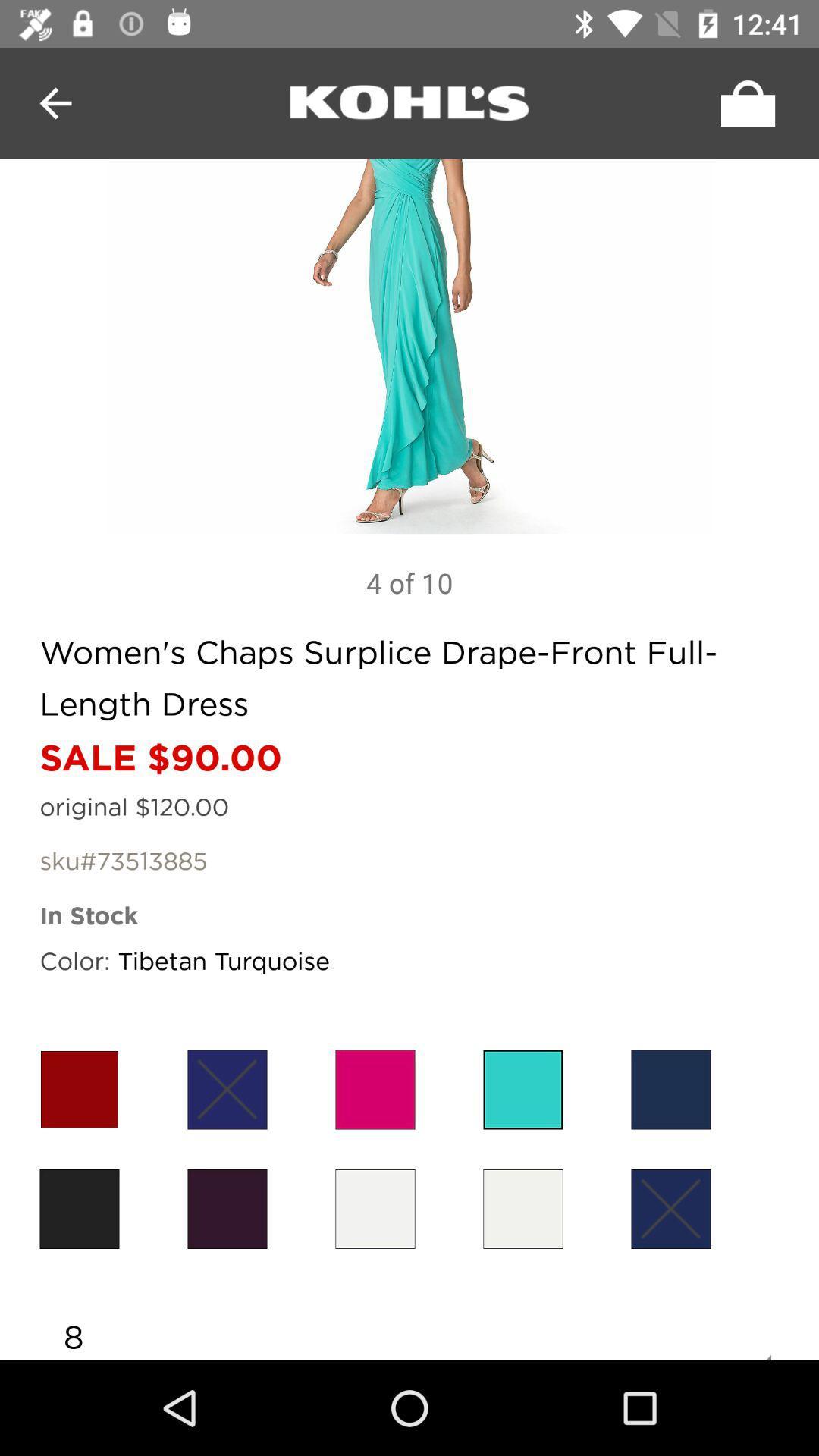  Describe the element at coordinates (670, 1208) in the screenshot. I see `the symbol of cross mark` at that location.